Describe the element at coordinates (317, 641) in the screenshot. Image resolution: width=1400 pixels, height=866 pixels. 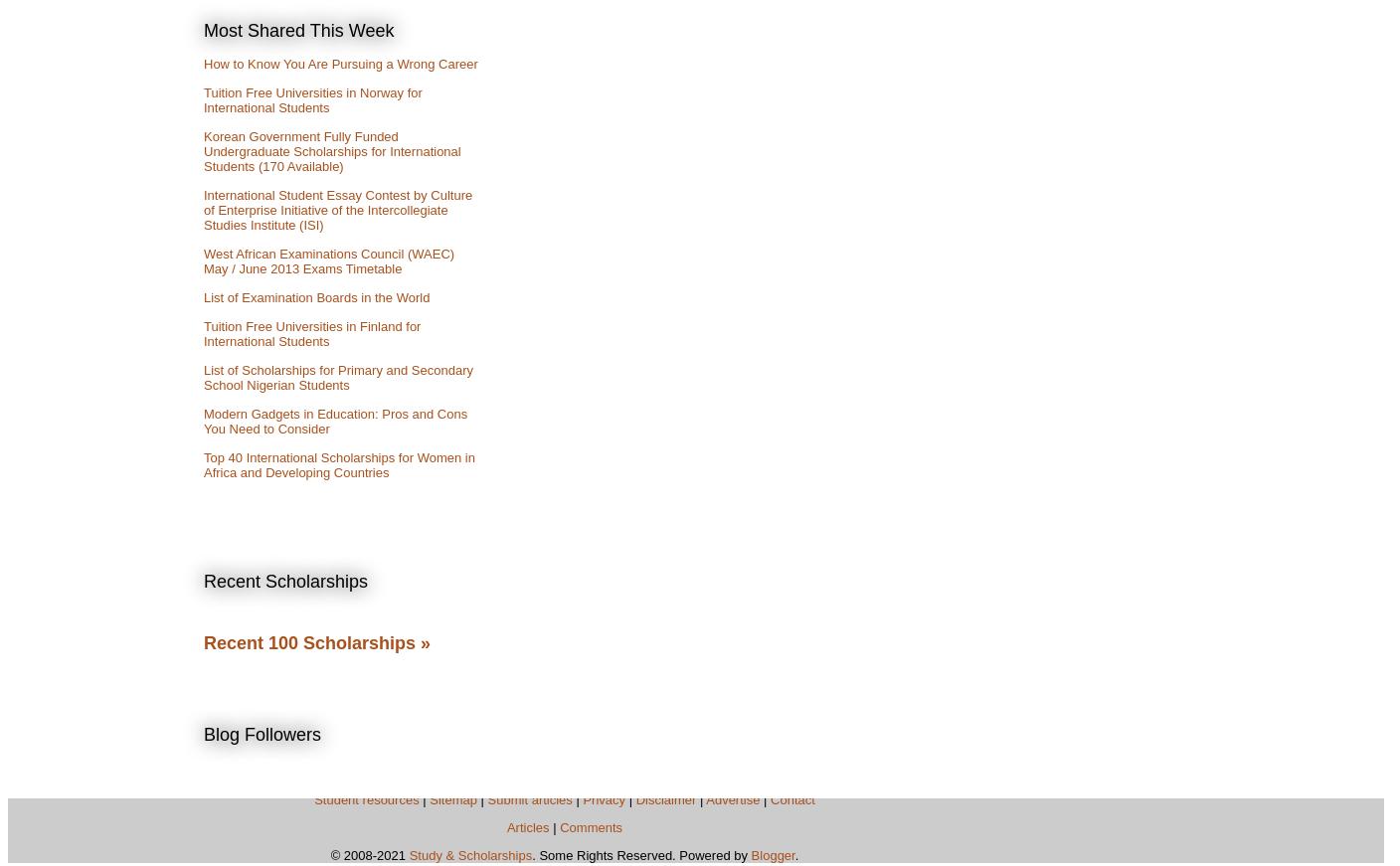
I see `'Recent 100 Scholarships »'` at that location.